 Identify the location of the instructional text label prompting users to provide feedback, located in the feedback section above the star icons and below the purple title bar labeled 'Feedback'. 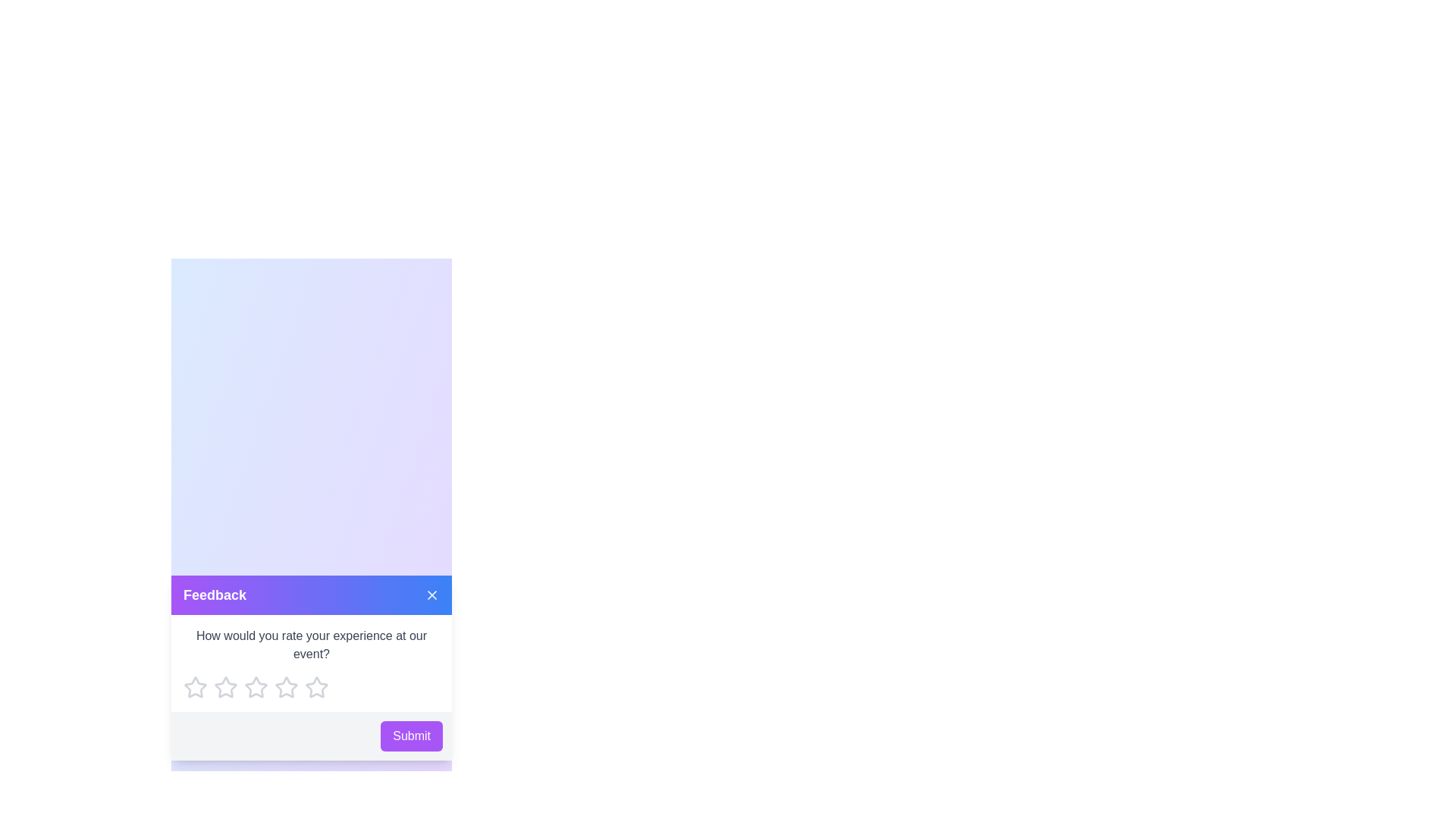
(311, 645).